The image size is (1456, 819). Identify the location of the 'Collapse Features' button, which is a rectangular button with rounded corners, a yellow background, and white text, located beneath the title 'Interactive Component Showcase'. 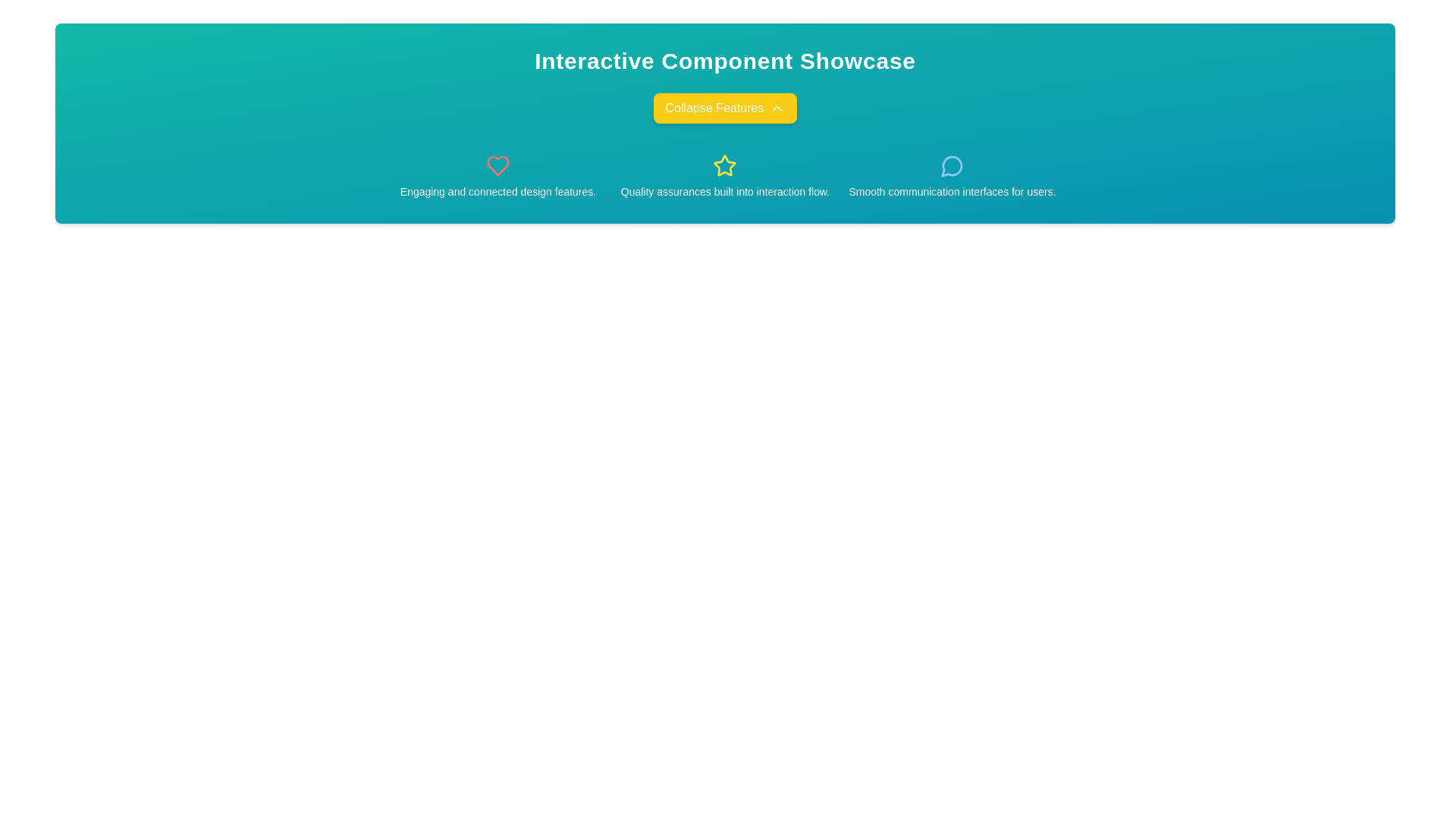
(724, 107).